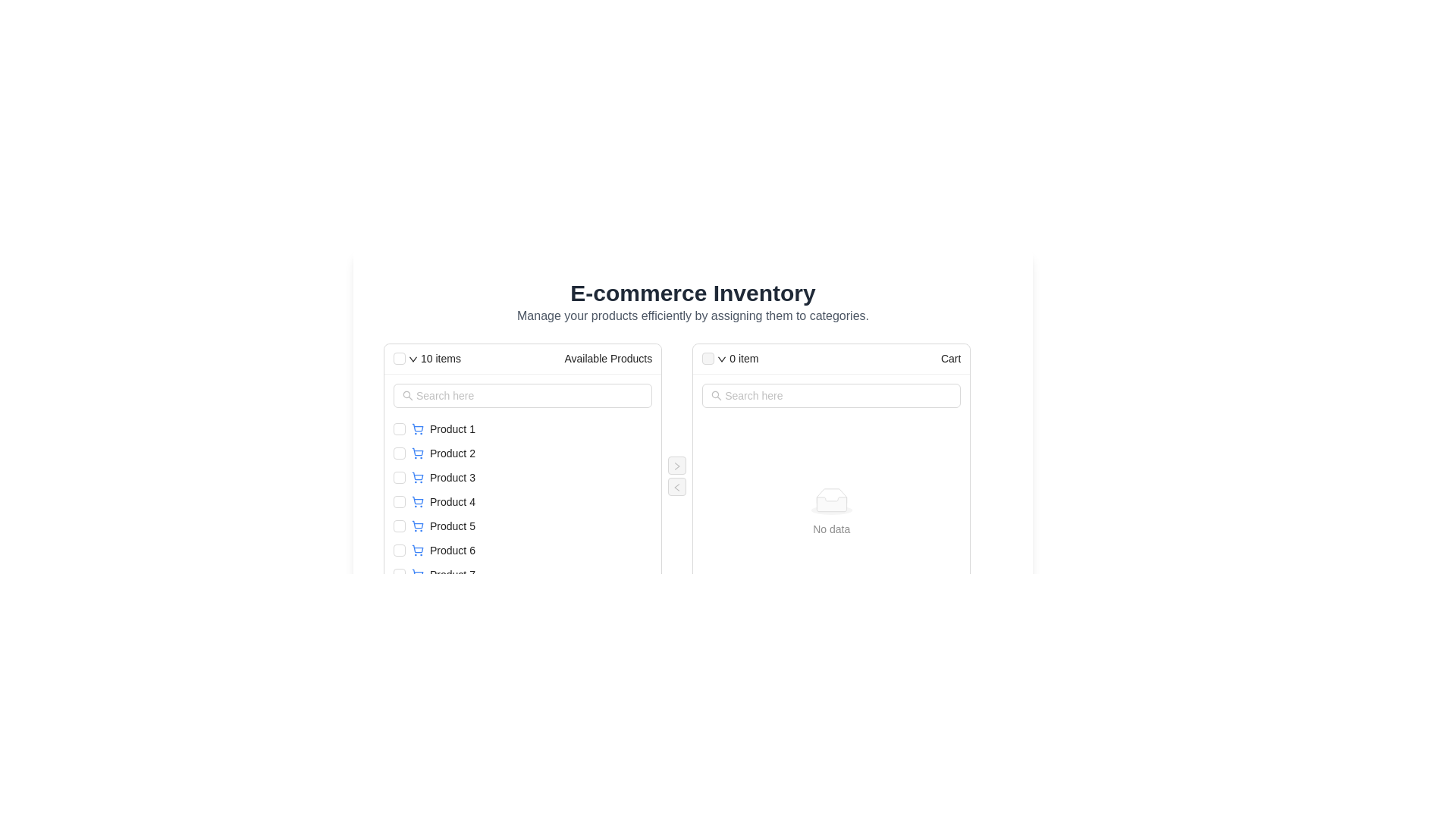 Image resolution: width=1456 pixels, height=819 pixels. I want to click on small blue shopping cart icon located to the left of the 'Product 5' label in the Available Products section, which is the fifth entry from the top, so click(418, 526).